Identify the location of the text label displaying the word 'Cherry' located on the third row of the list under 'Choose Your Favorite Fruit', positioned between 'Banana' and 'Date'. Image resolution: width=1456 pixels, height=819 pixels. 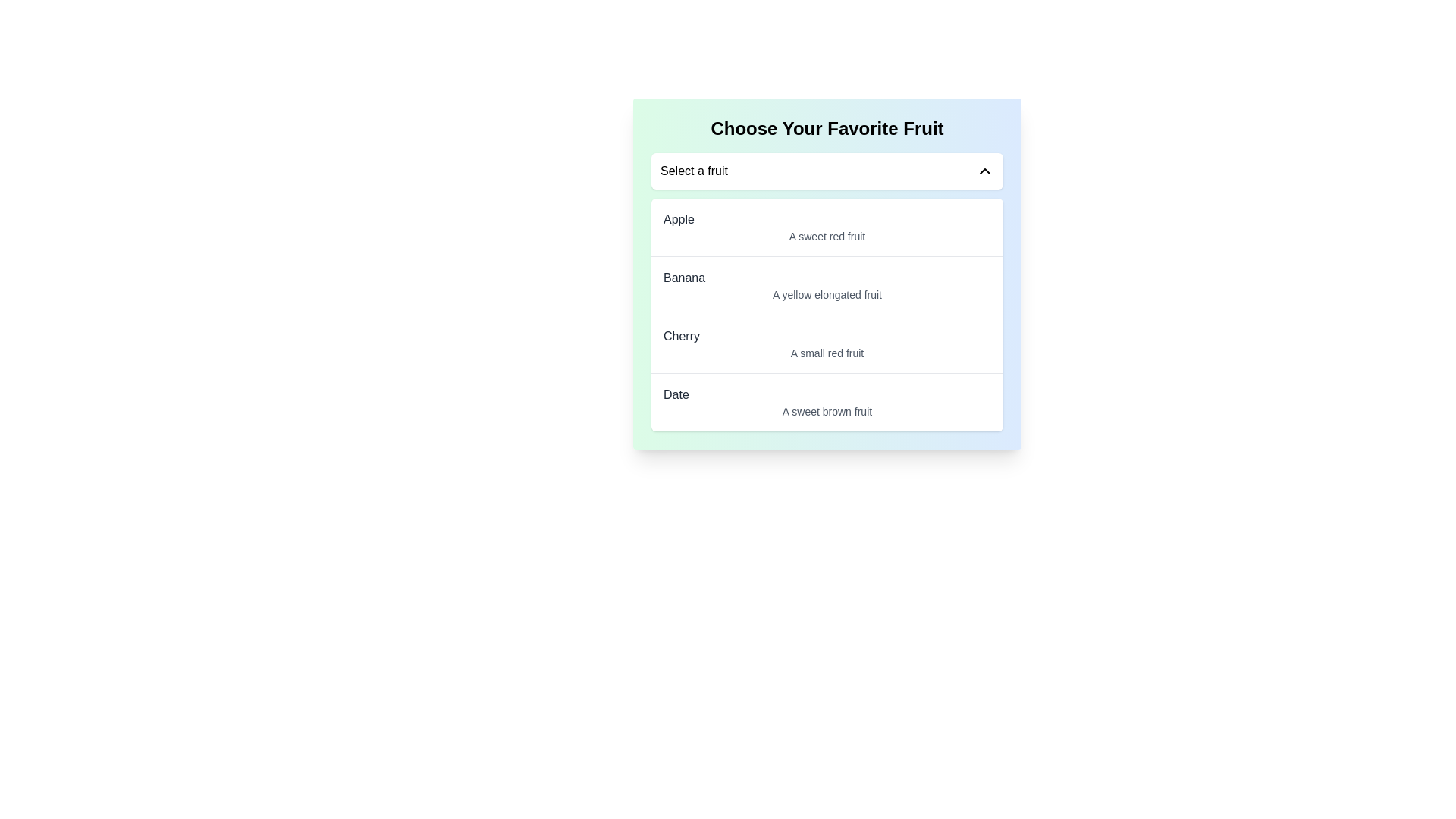
(680, 335).